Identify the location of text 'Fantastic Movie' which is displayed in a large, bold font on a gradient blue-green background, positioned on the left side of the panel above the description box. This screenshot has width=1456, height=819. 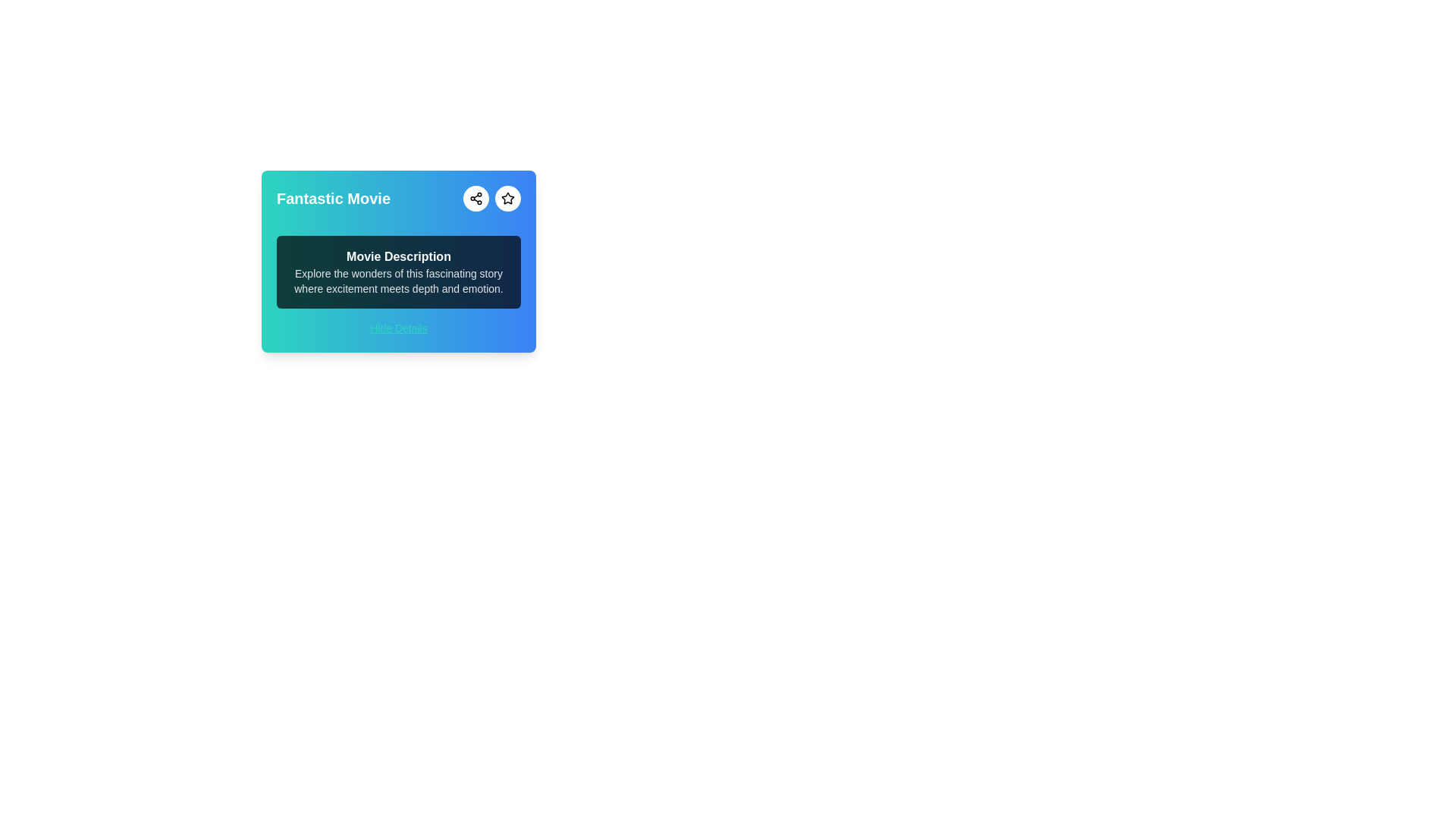
(333, 198).